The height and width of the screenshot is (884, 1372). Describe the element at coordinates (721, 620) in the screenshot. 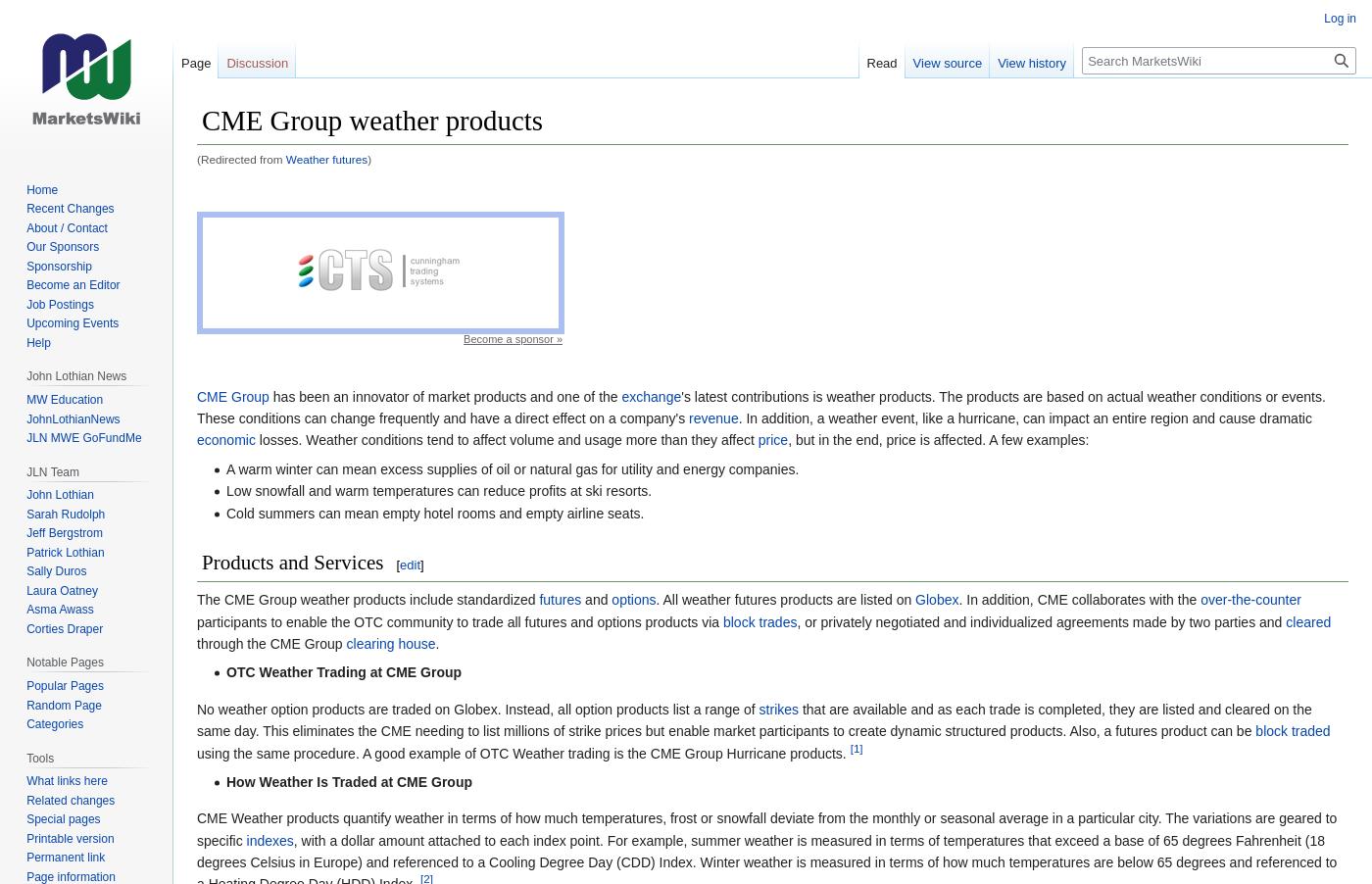

I see `'block trades'` at that location.